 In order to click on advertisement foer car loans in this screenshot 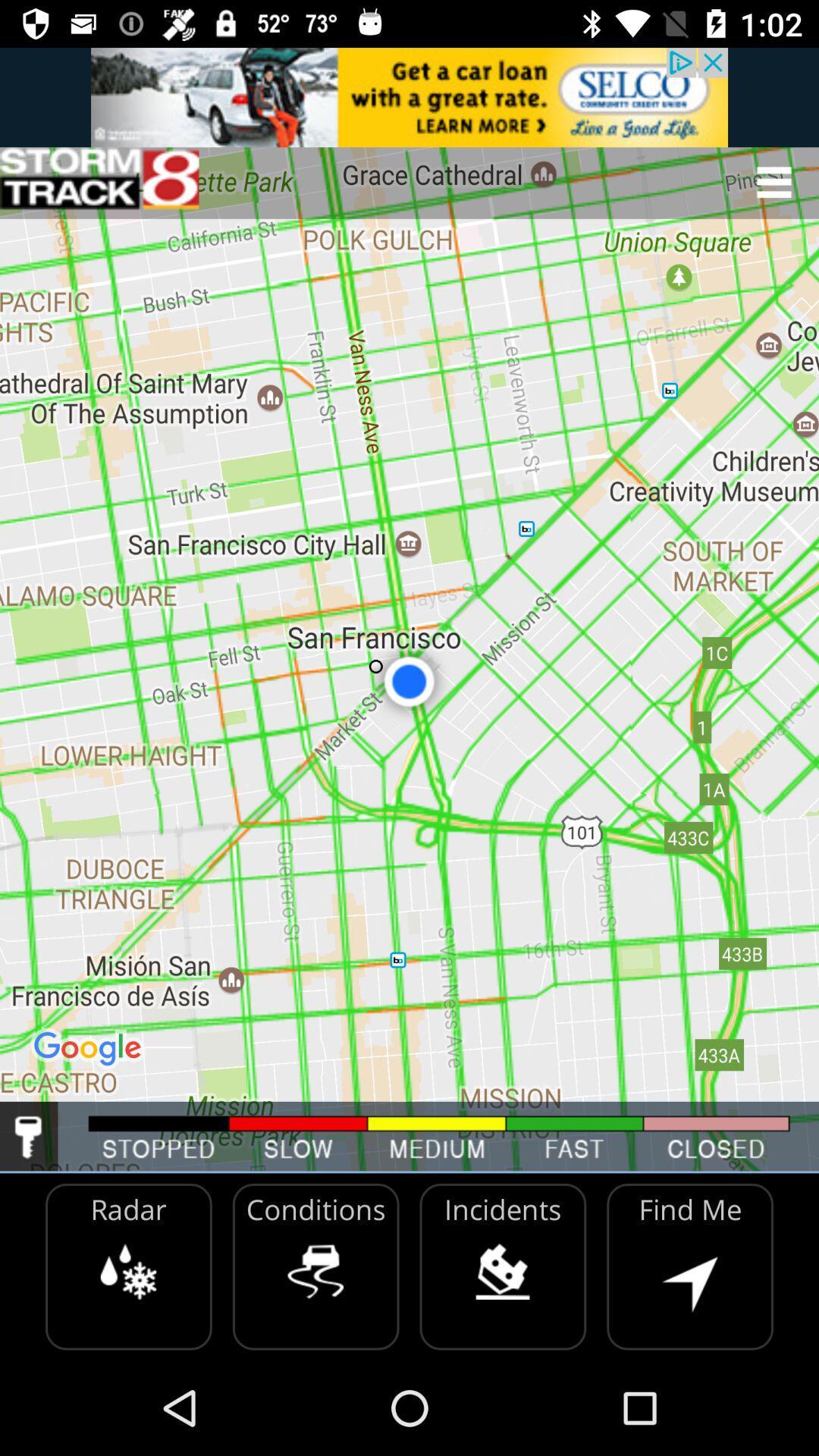, I will do `click(409, 96)`.